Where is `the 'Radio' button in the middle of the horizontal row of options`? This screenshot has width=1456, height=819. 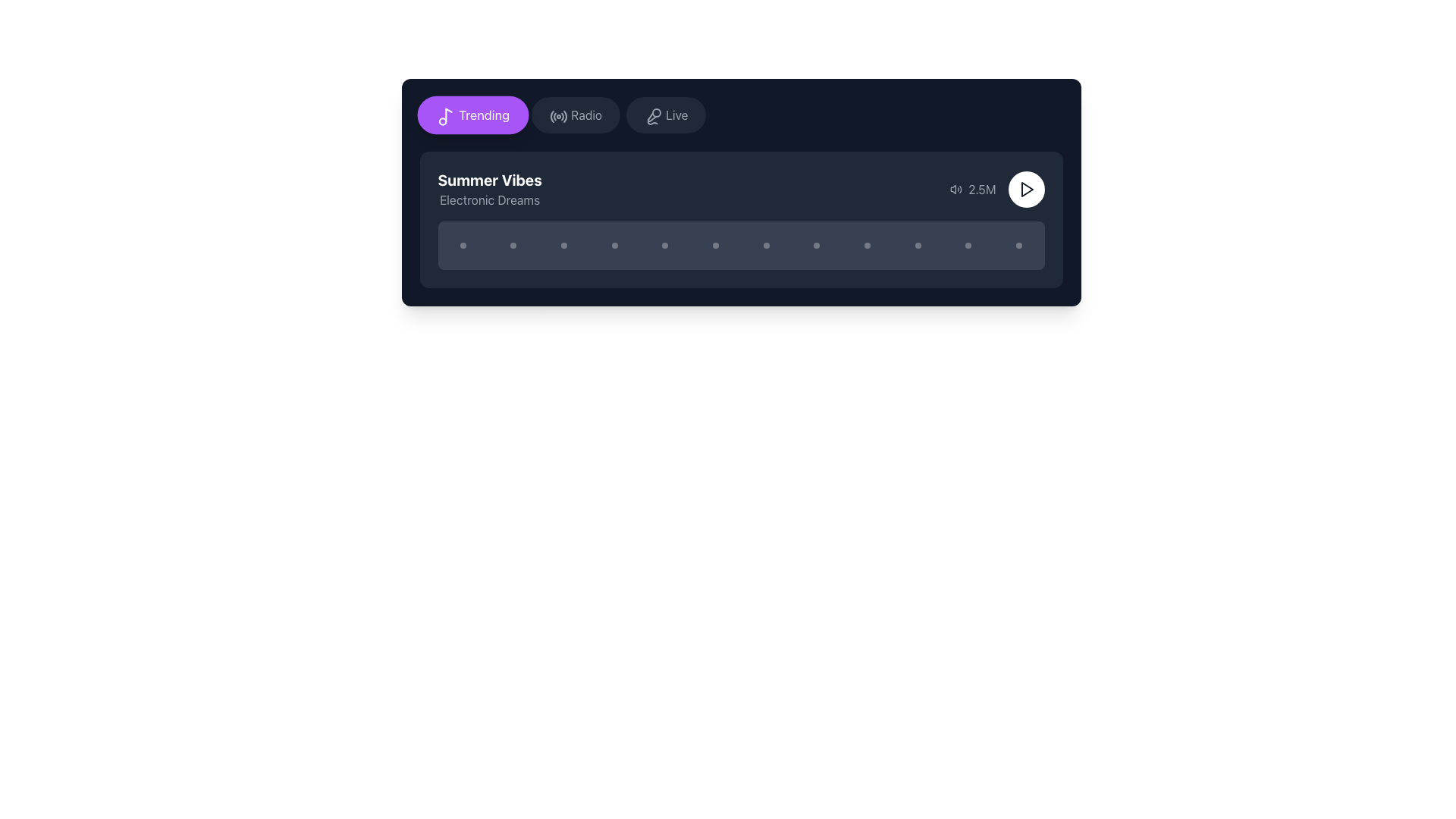
the 'Radio' button in the middle of the horizontal row of options is located at coordinates (585, 114).